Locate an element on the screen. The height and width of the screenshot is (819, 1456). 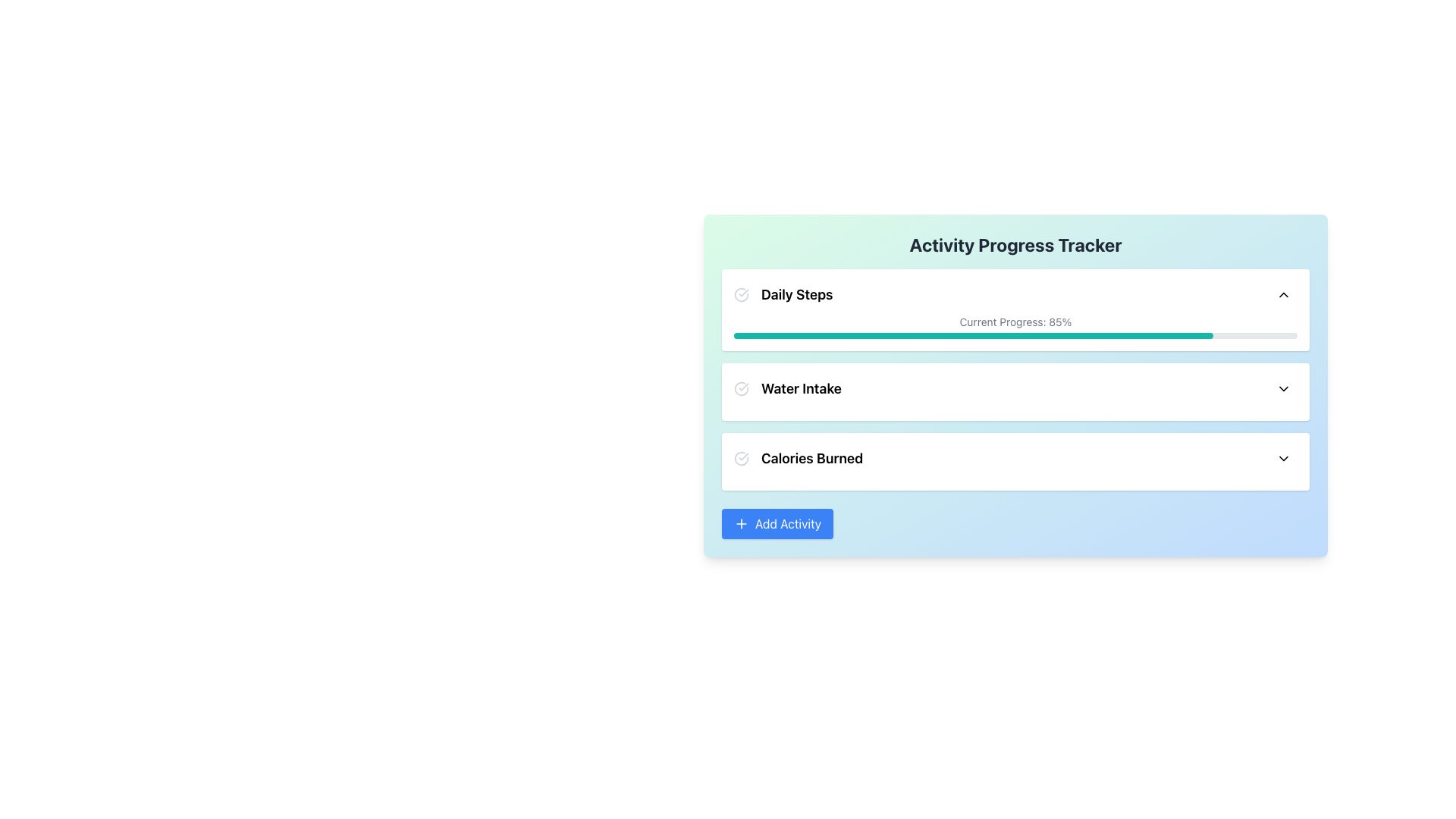
the 'Calories Burned' labeled text with icon element, which is styled with a bold font and includes an icon on the left, located in the middle section of the activity list is located at coordinates (798, 458).